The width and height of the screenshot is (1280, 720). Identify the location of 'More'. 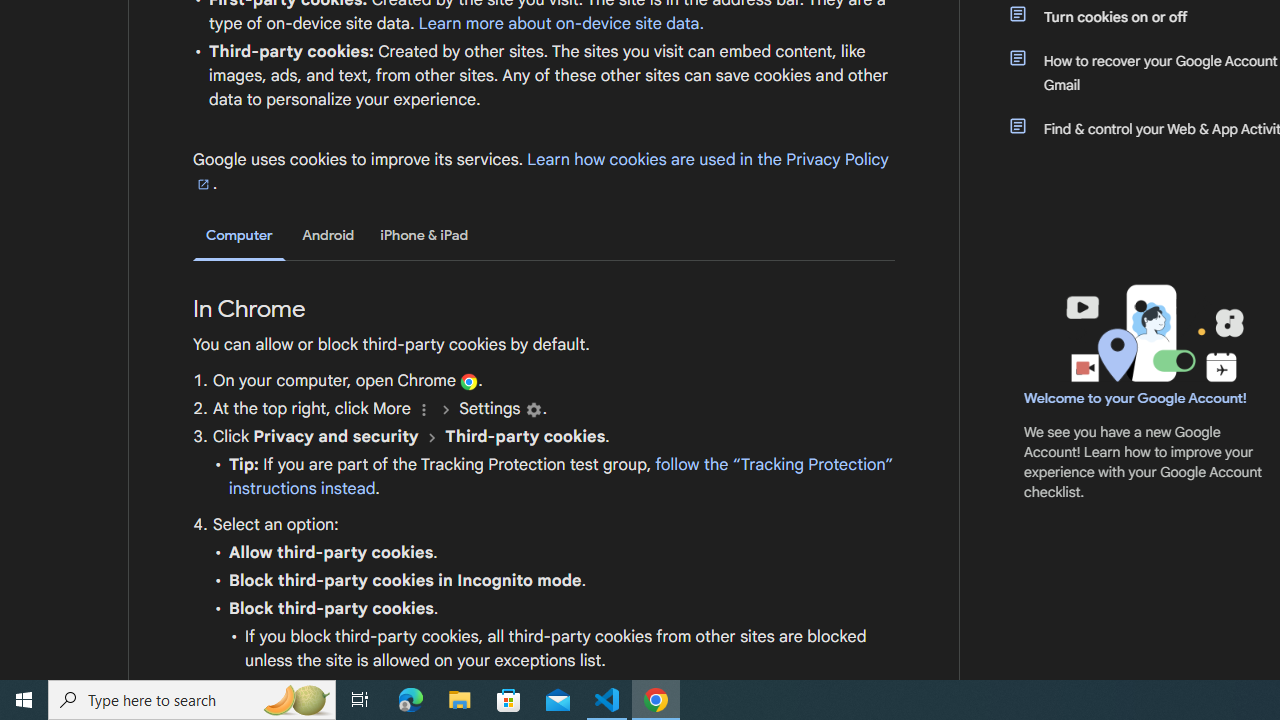
(423, 408).